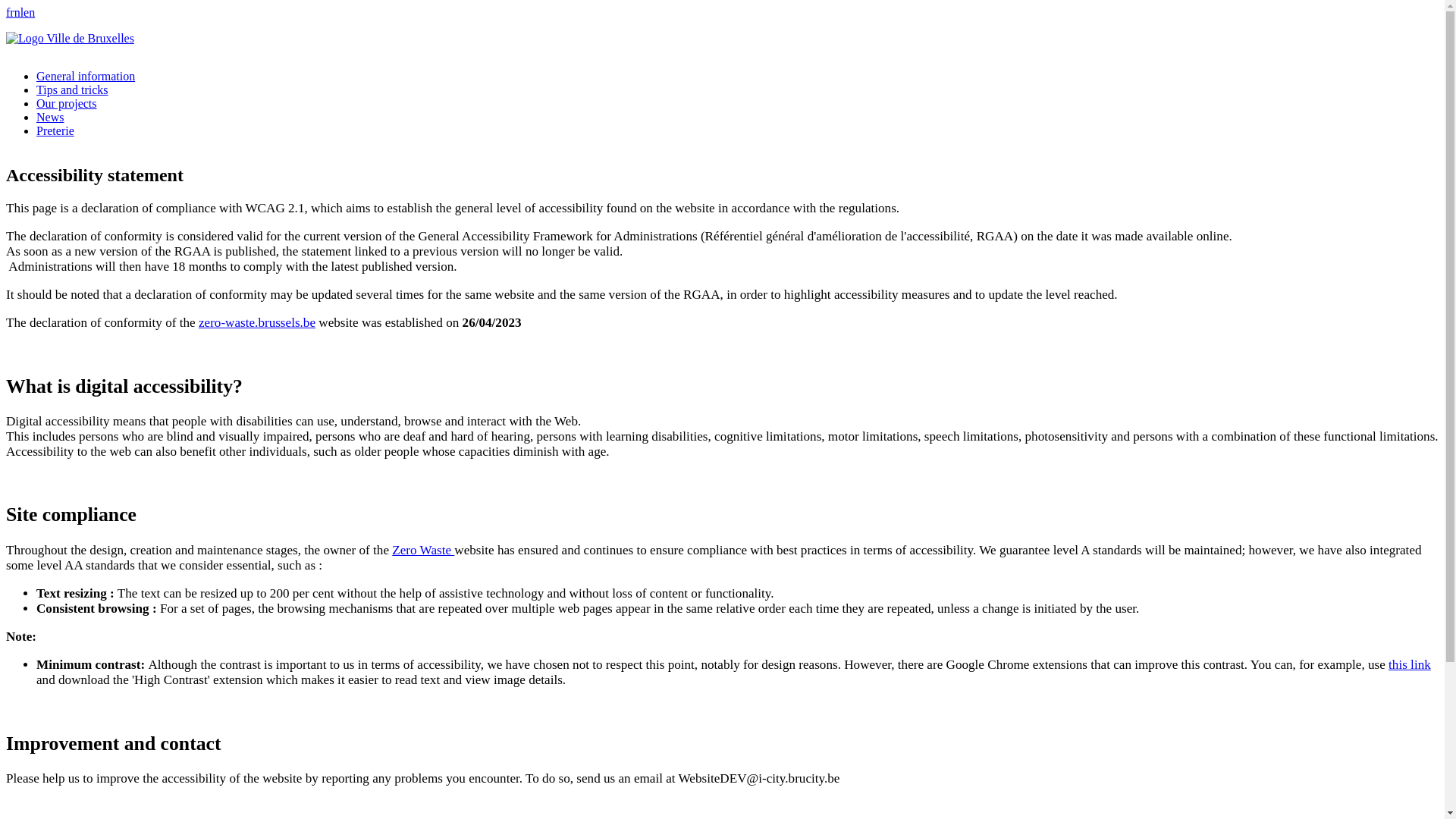 The height and width of the screenshot is (819, 1456). What do you see at coordinates (1408, 664) in the screenshot?
I see `'this link'` at bounding box center [1408, 664].